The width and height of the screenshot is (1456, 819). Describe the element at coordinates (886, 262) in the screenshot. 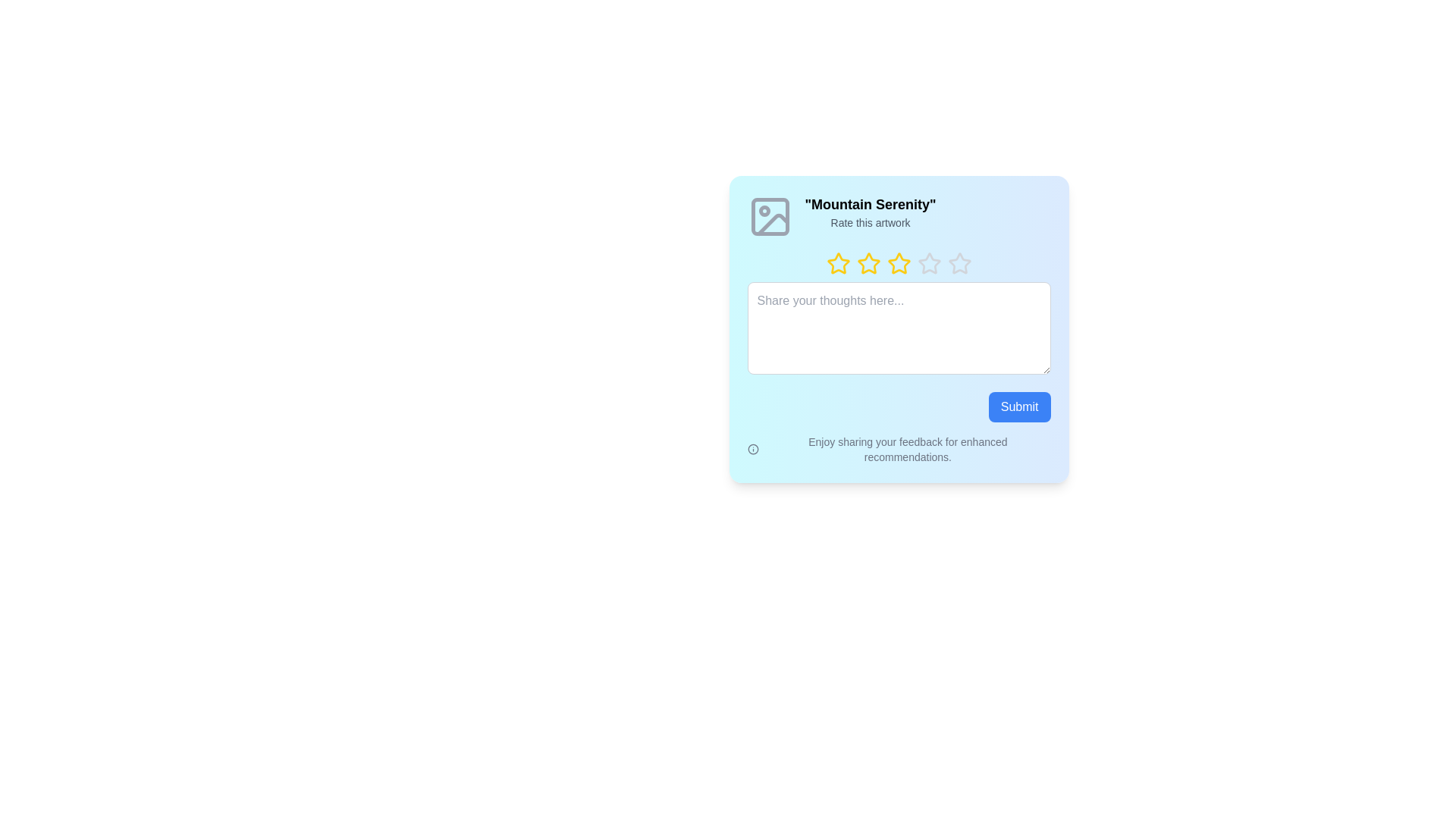

I see `the rating to 3 stars by clicking on the respective star` at that location.